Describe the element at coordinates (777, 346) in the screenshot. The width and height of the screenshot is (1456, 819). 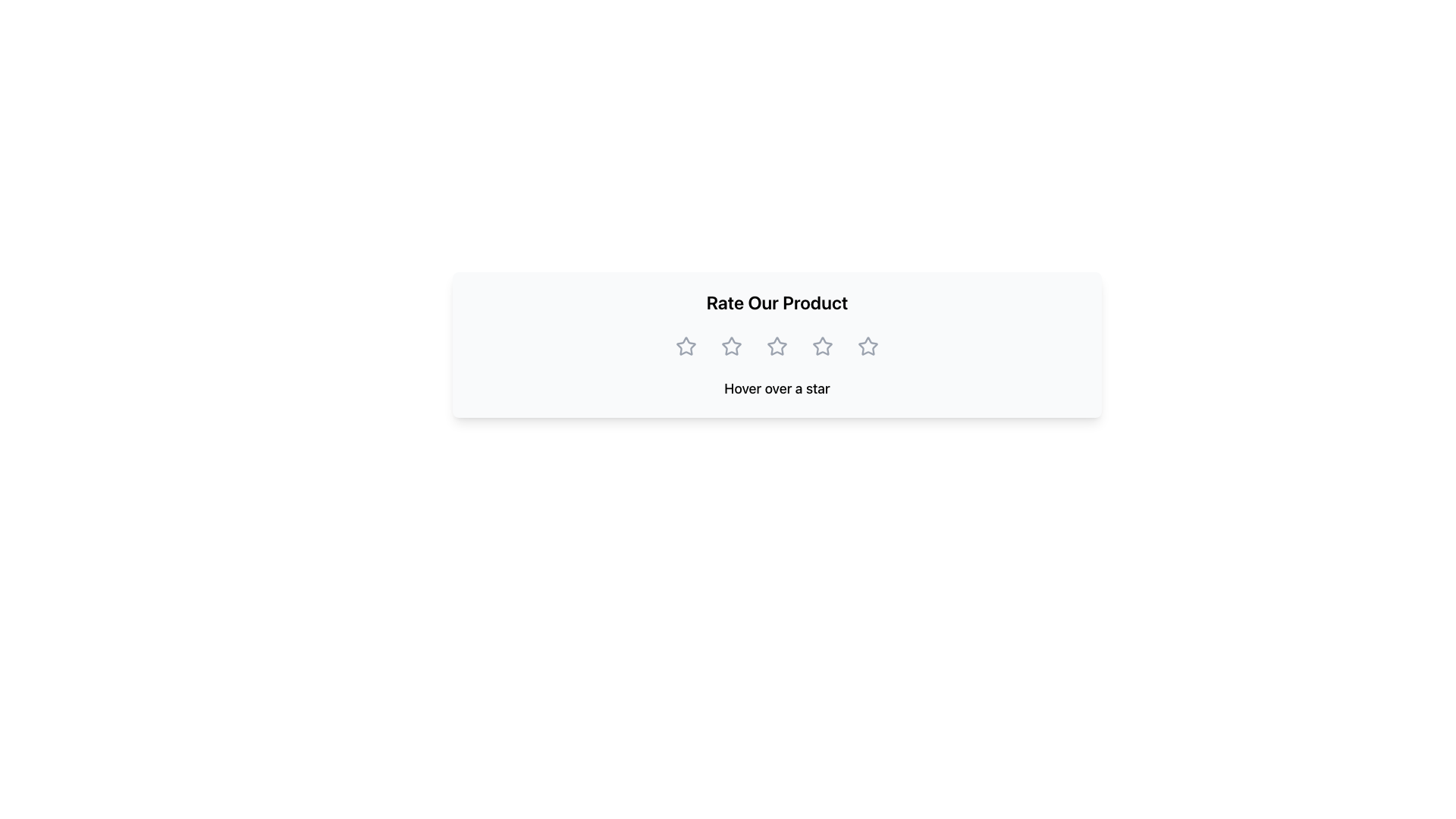
I see `the third star-shaped icon with a gray outline in the rating interface, which is part of a row of five stars` at that location.